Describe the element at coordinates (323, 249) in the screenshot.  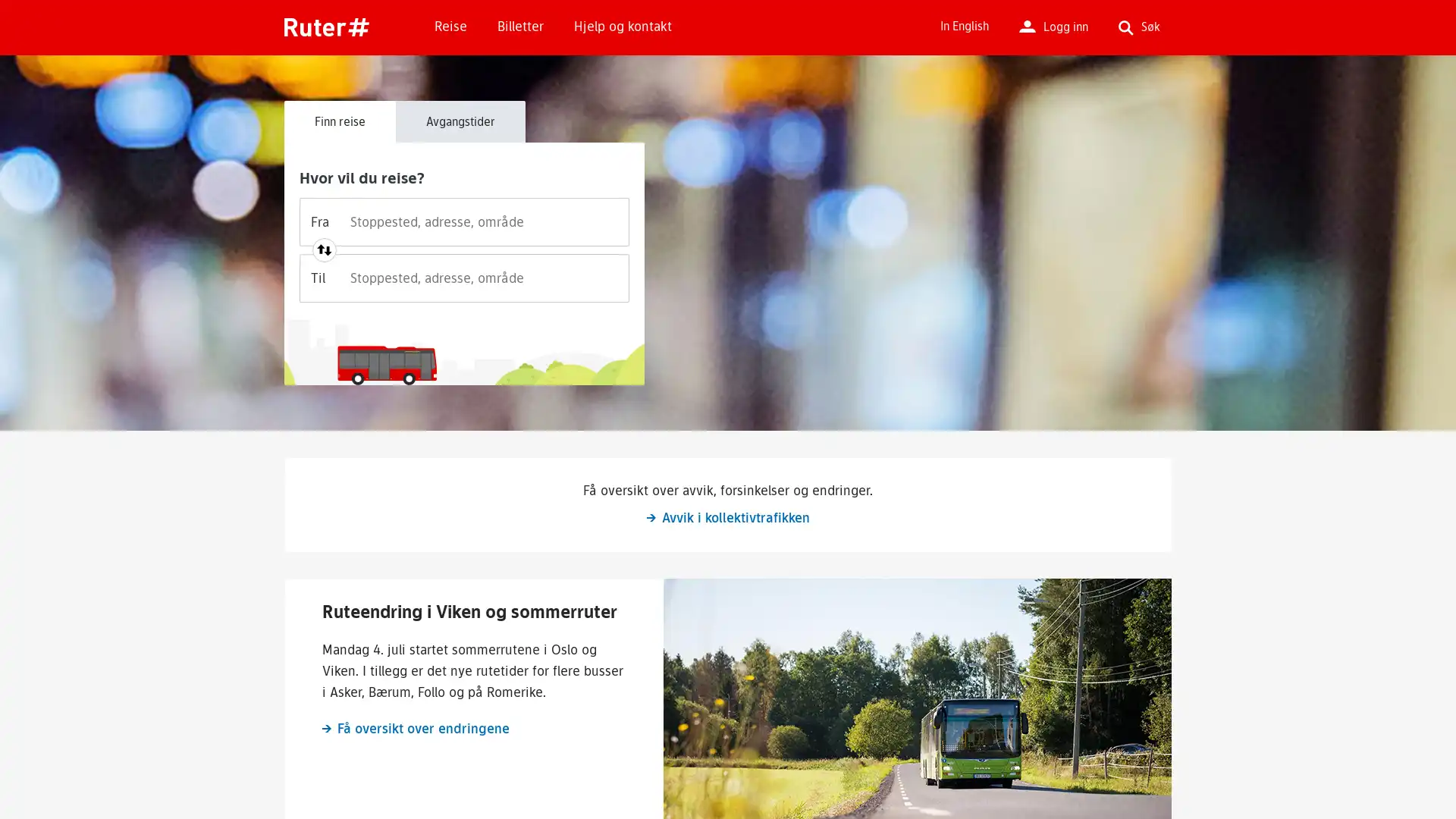
I see `Bytt fra og til` at that location.